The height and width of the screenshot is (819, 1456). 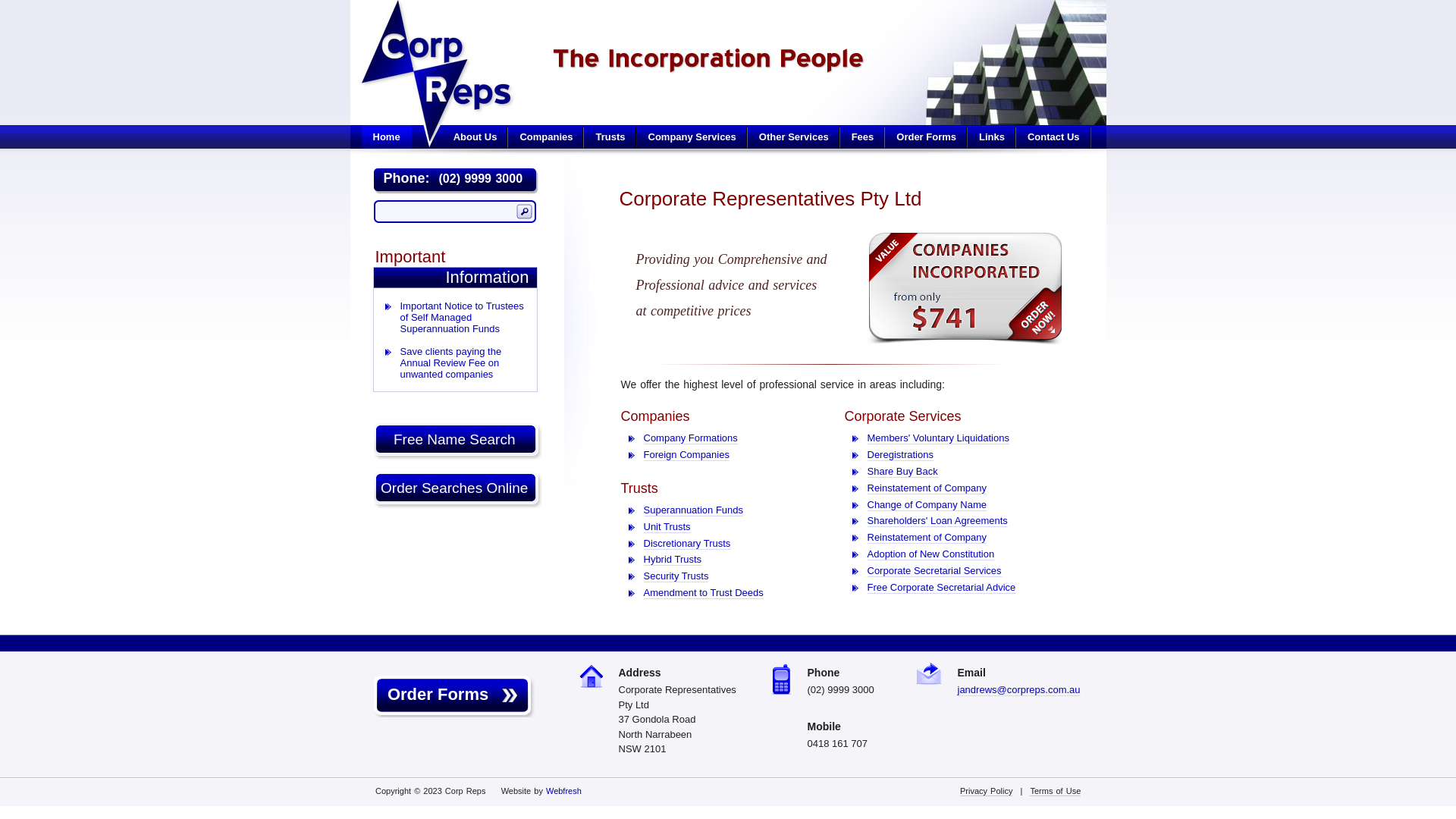 What do you see at coordinates (927, 505) in the screenshot?
I see `'Change of Company Name'` at bounding box center [927, 505].